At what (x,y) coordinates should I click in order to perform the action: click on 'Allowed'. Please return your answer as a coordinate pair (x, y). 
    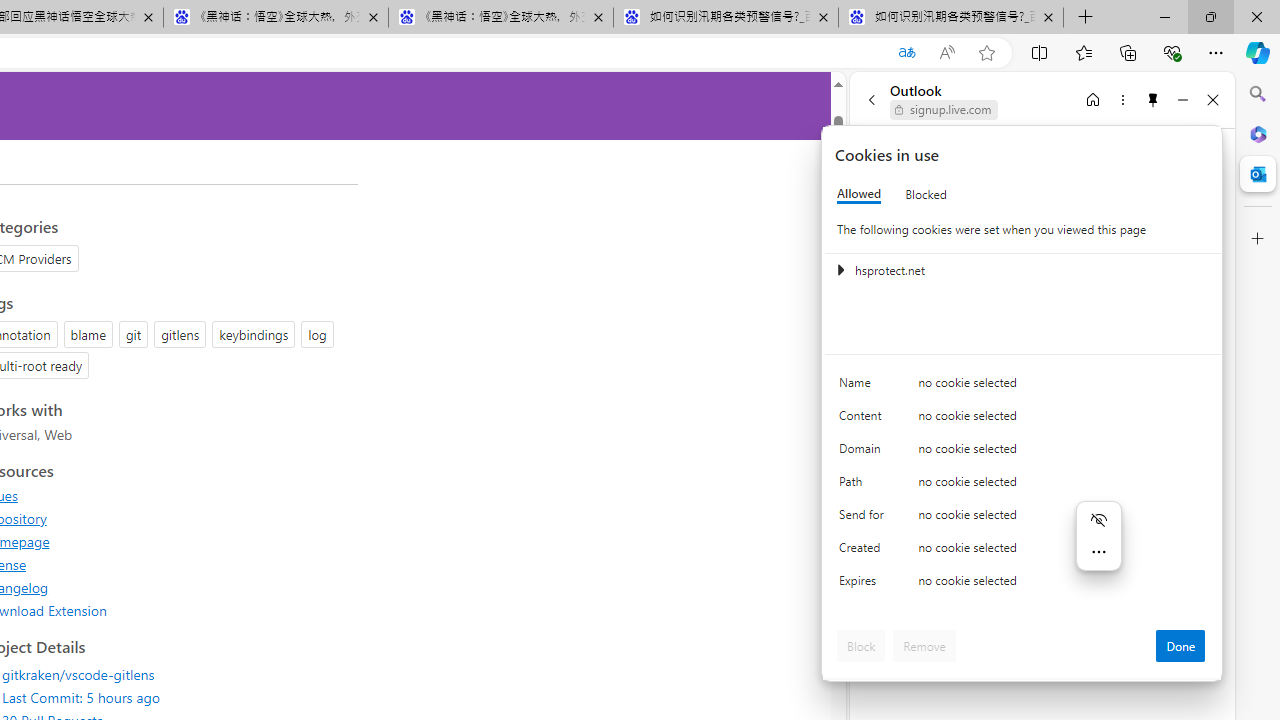
    Looking at the image, I should click on (859, 194).